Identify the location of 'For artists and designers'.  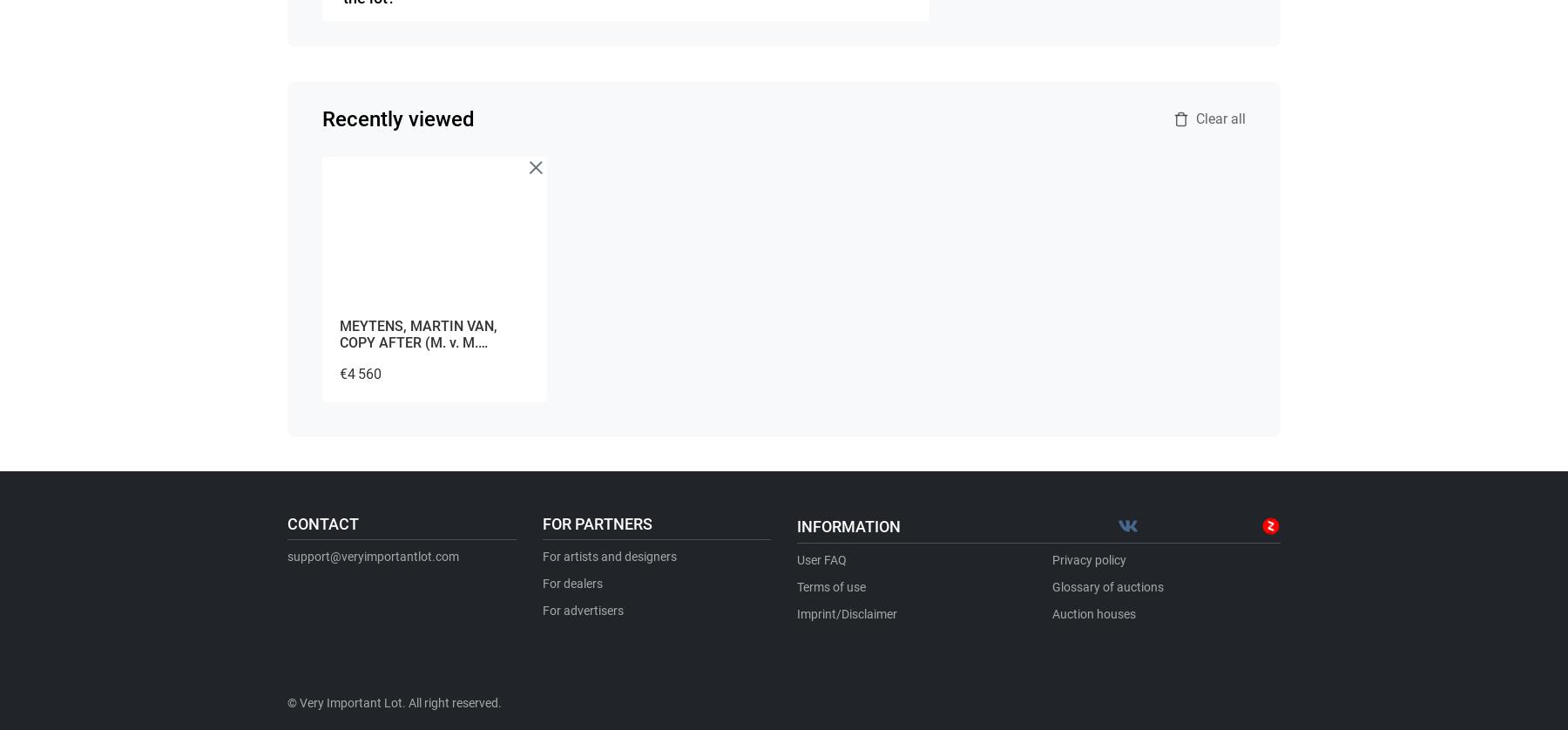
(607, 555).